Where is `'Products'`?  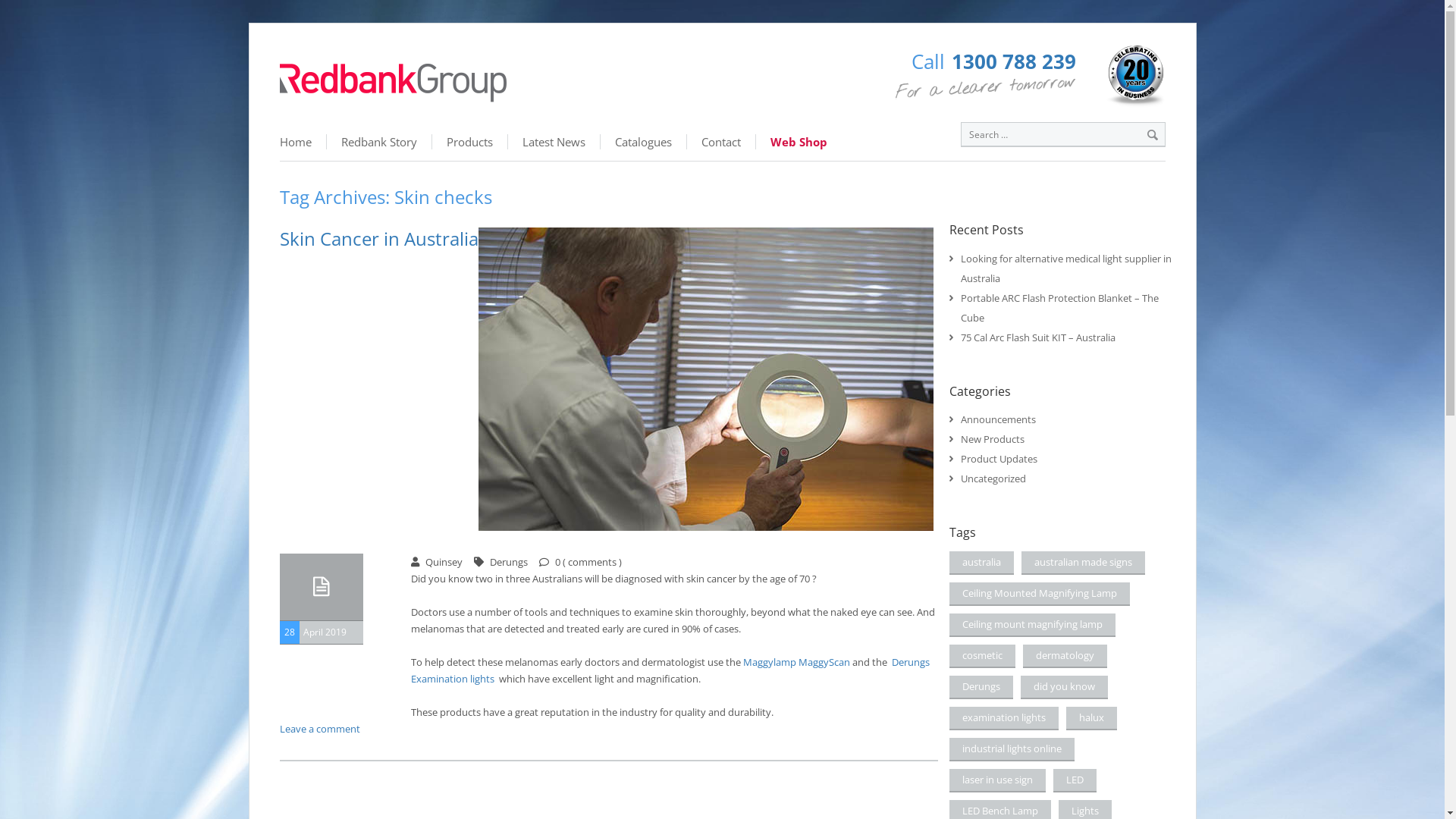
'Products' is located at coordinates (469, 141).